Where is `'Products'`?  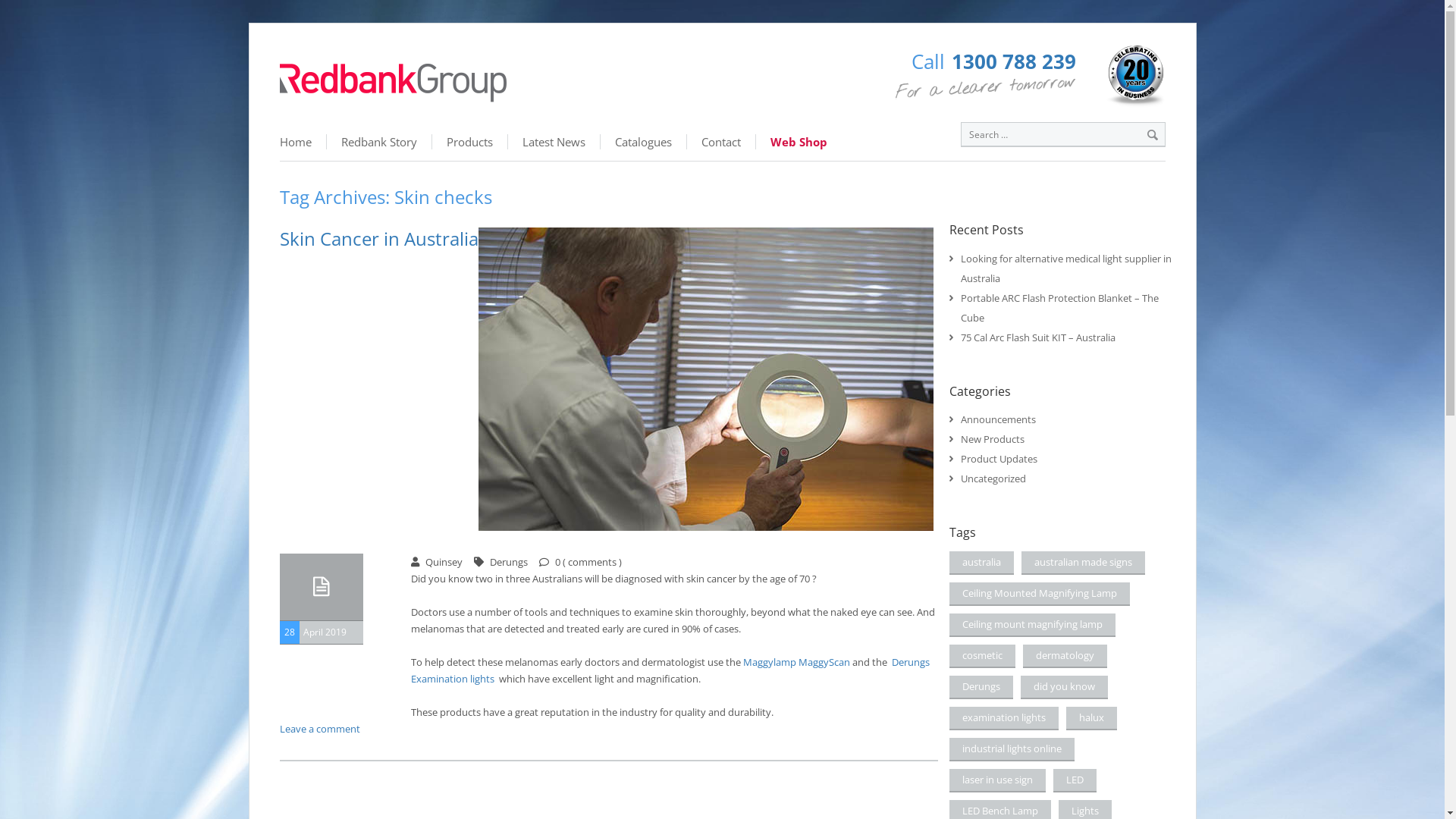
'Products' is located at coordinates (469, 141).